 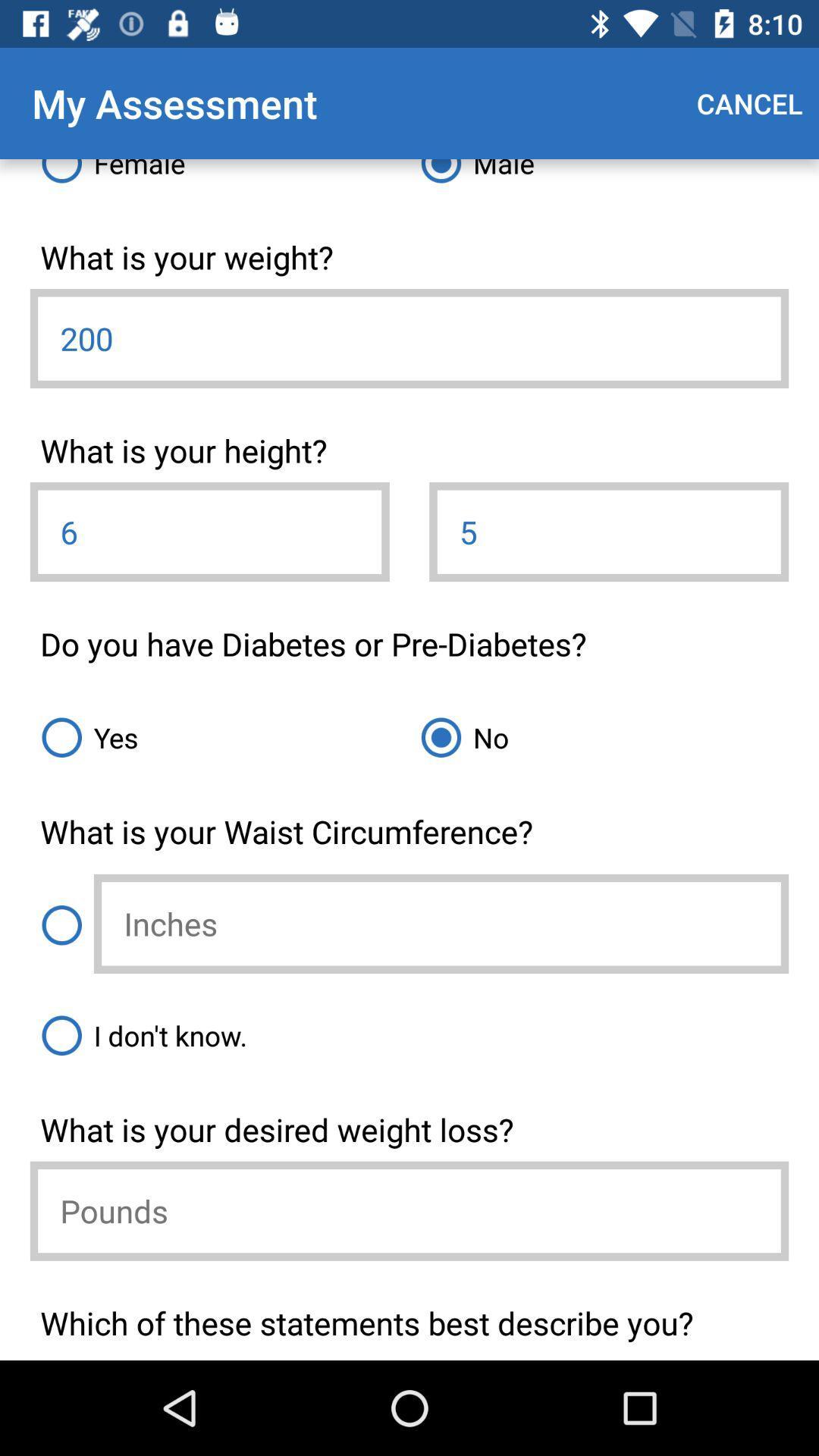 I want to click on input weight in pounds, so click(x=409, y=1210).